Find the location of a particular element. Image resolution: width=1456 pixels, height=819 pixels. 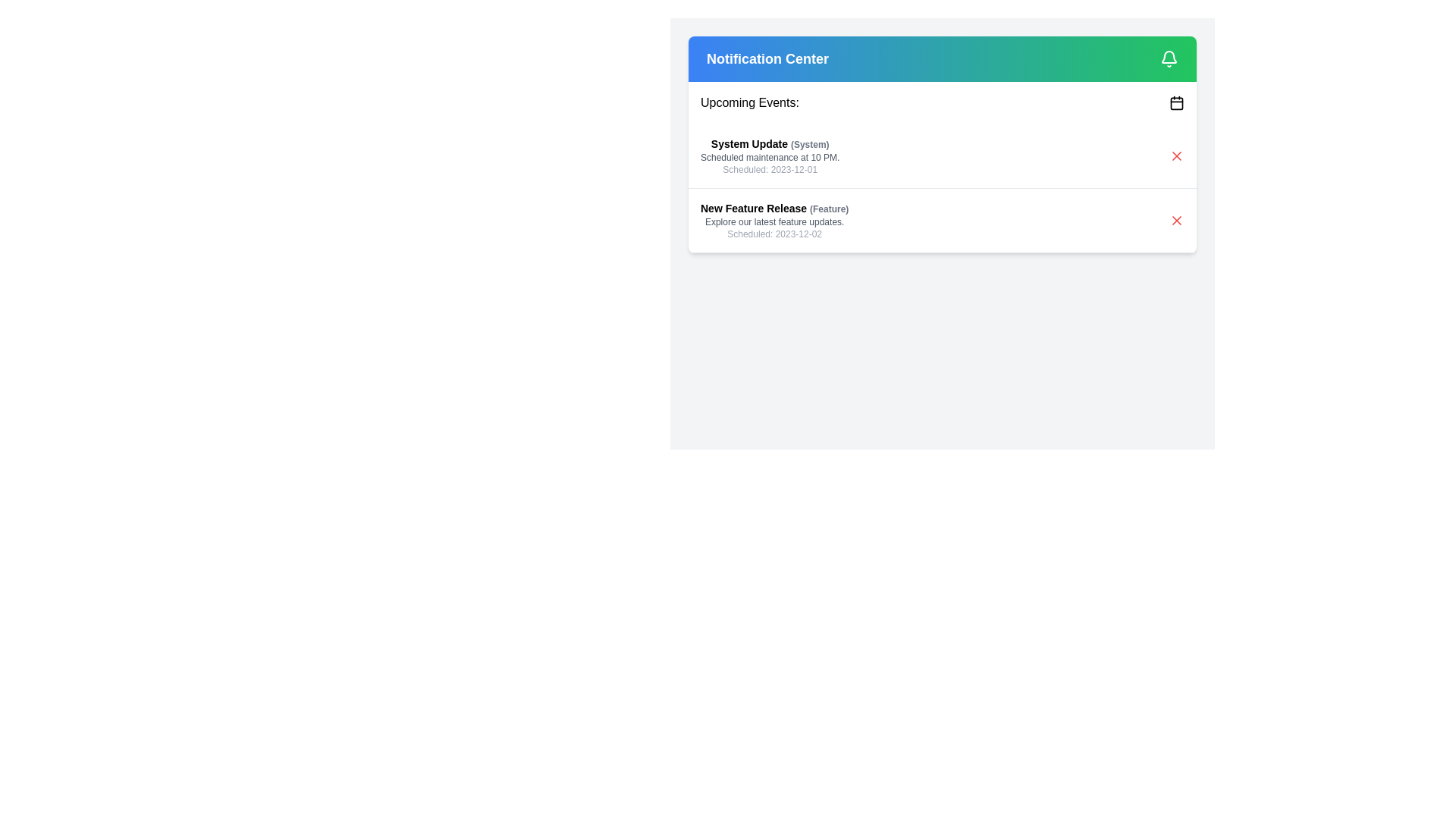

text from the title or heading text label located in the blue-to-green gradient header section of the notification box, which is left-aligned and centrally positioned is located at coordinates (767, 58).